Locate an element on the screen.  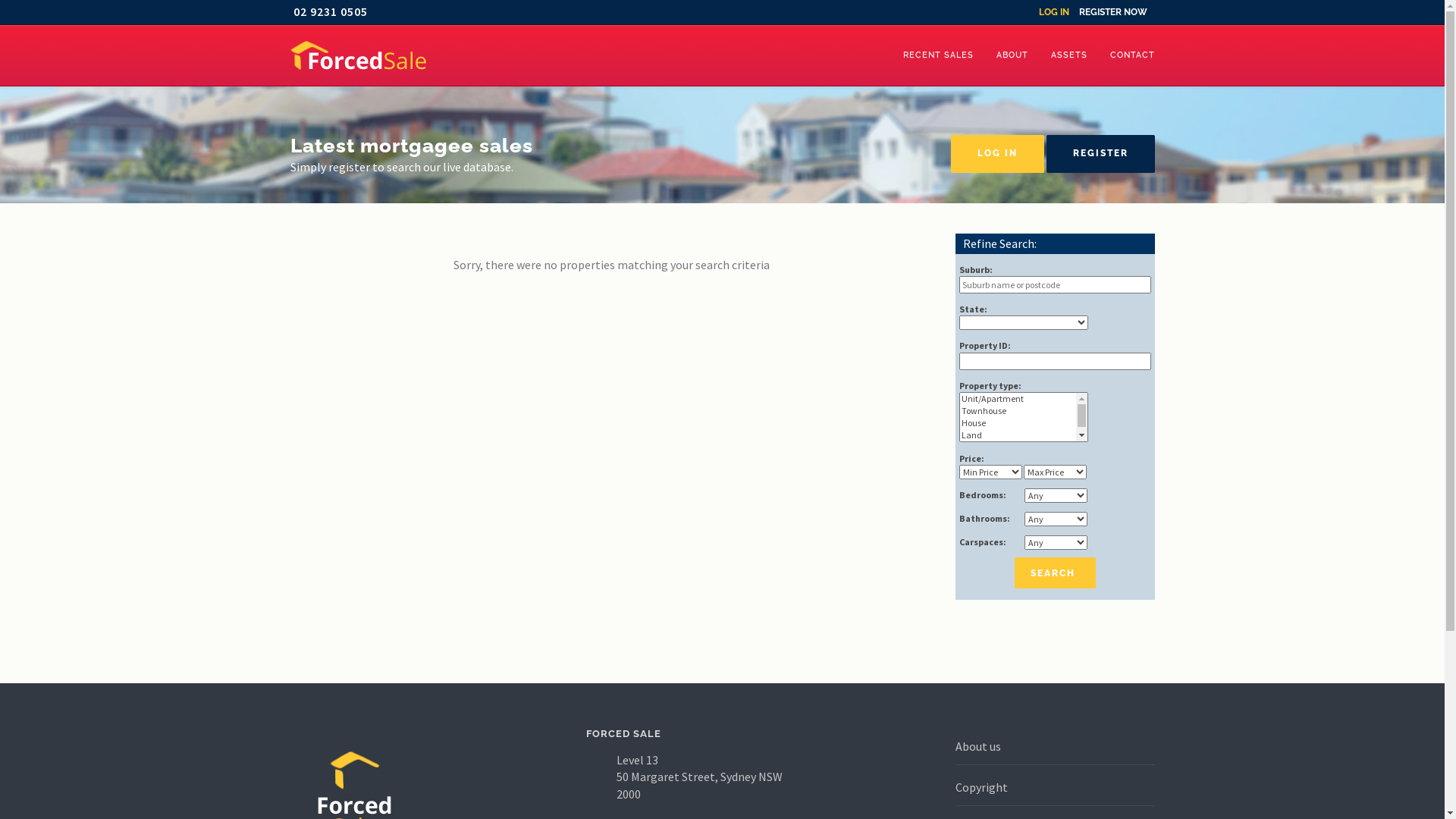
'REGISTER' is located at coordinates (1100, 154).